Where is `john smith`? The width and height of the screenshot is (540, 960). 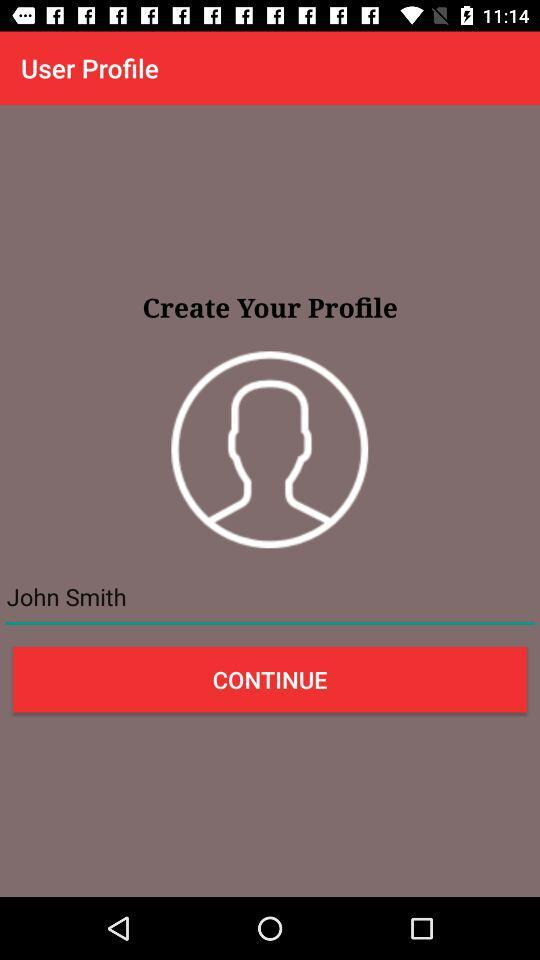
john smith is located at coordinates (270, 597).